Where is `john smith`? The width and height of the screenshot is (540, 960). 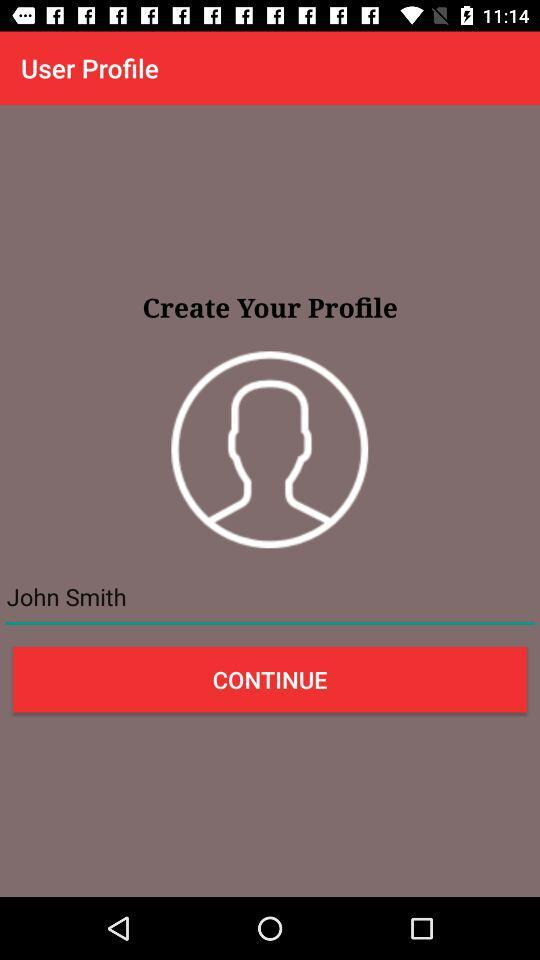
john smith is located at coordinates (270, 597).